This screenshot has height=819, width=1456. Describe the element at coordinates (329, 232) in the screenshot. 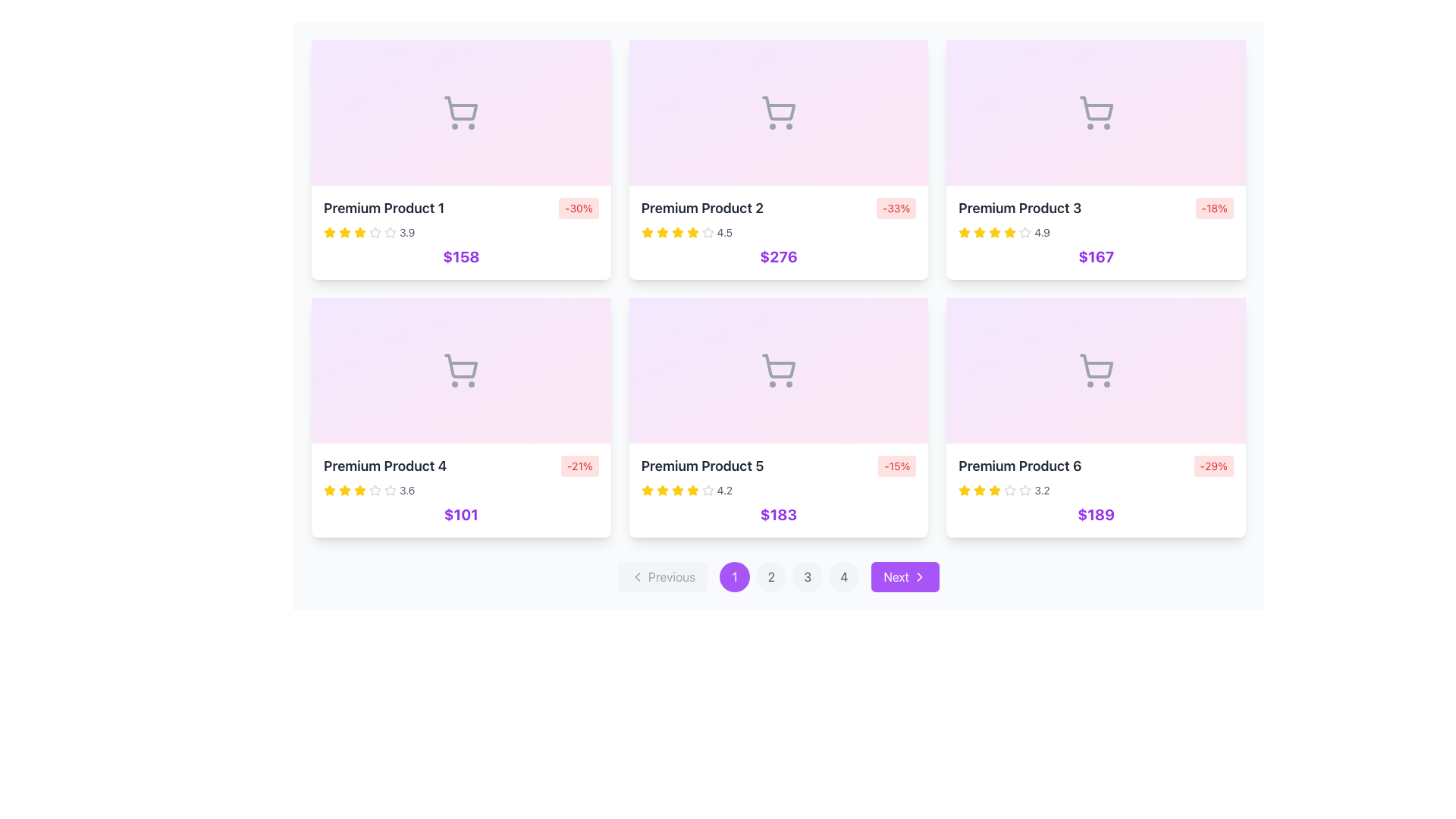

I see `the first star icon indicating a portion of the rating for 'Premium Product 1' located in the top-left card of the product grid` at that location.